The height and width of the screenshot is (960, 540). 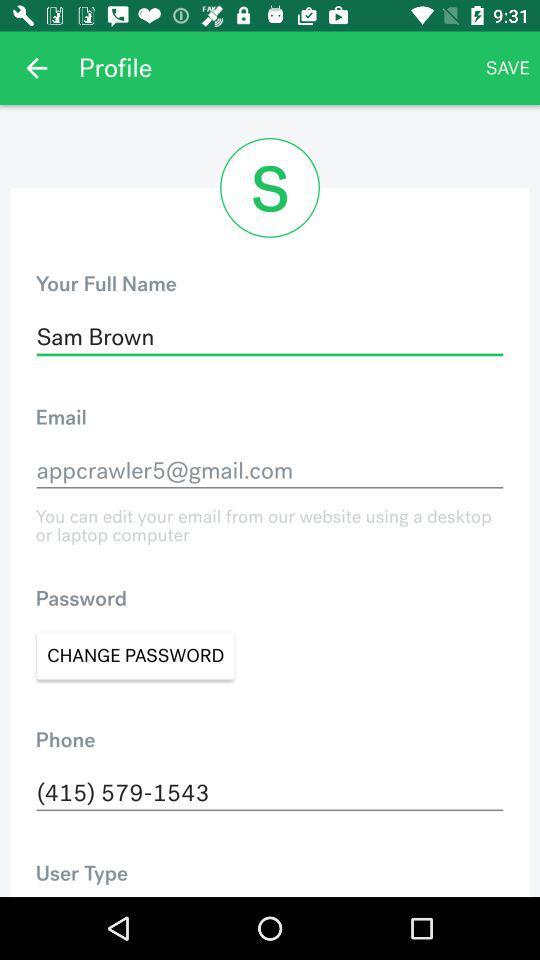 I want to click on (415) 579-1543, so click(x=270, y=793).